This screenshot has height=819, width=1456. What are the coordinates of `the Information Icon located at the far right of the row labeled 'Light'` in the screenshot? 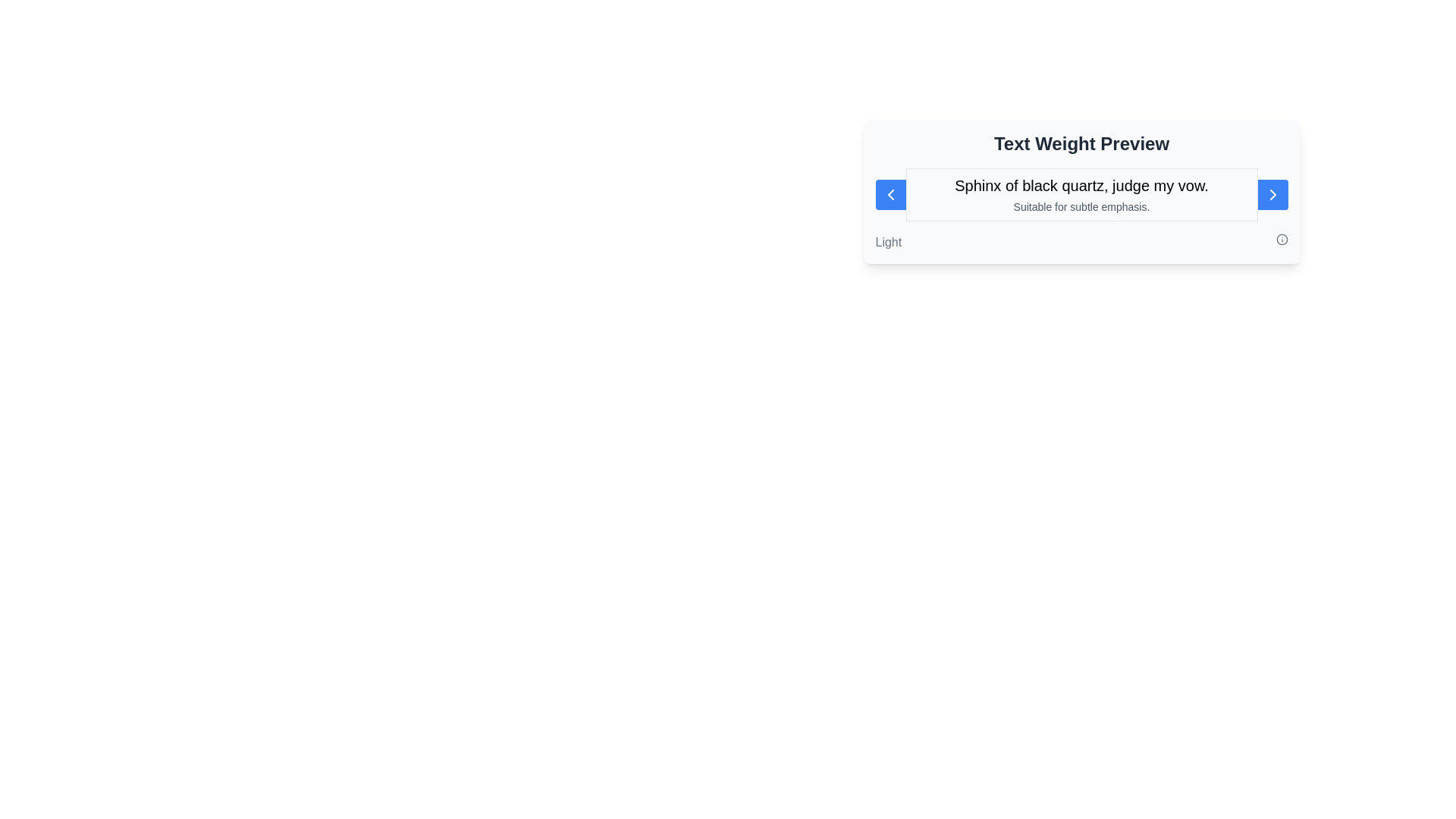 It's located at (1281, 239).